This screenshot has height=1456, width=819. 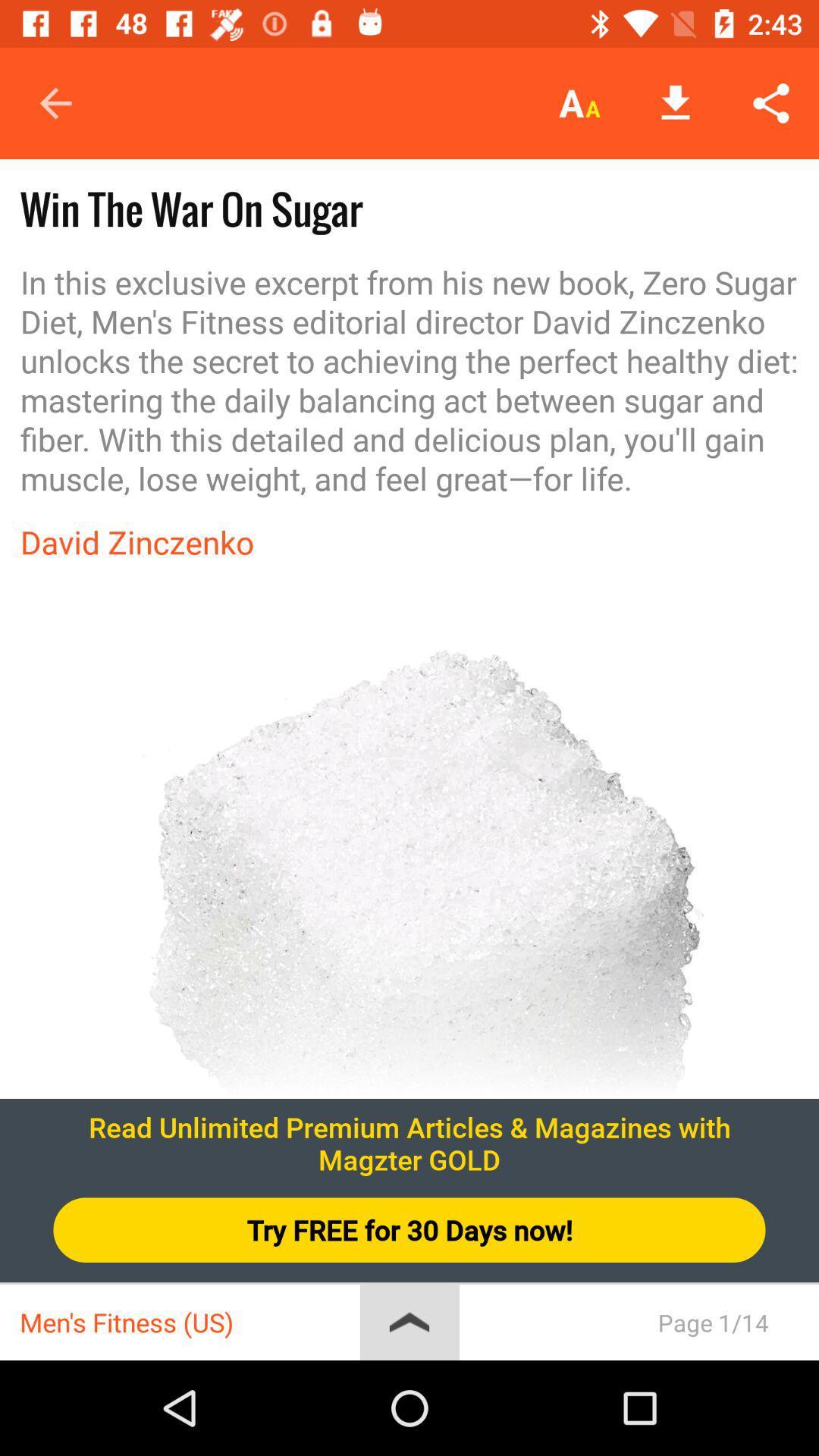 I want to click on the icon above in this exclusive item, so click(x=771, y=102).